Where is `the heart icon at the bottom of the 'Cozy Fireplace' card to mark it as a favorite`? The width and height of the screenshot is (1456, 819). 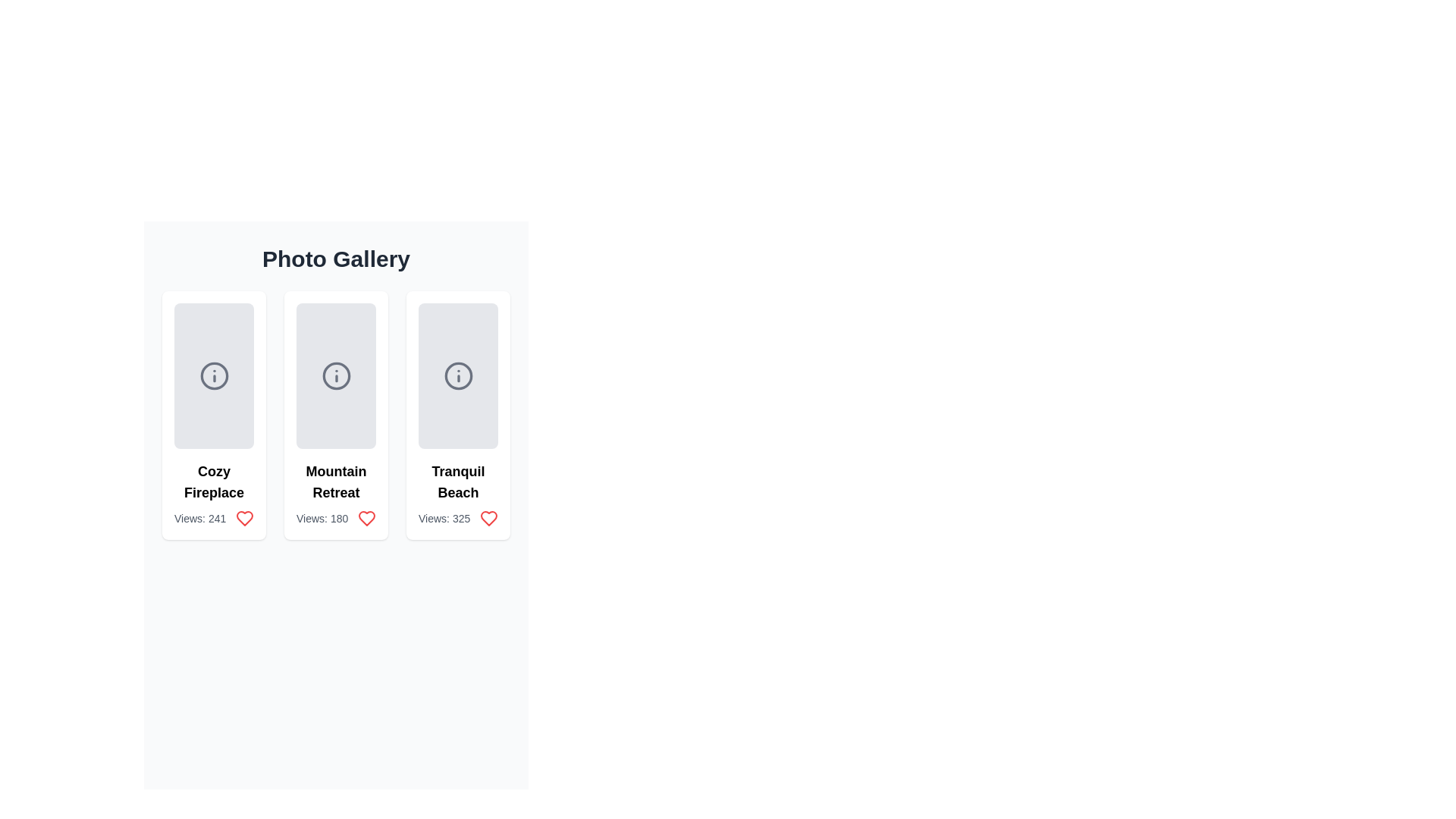
the heart icon at the bottom of the 'Cozy Fireplace' card to mark it as a favorite is located at coordinates (244, 517).